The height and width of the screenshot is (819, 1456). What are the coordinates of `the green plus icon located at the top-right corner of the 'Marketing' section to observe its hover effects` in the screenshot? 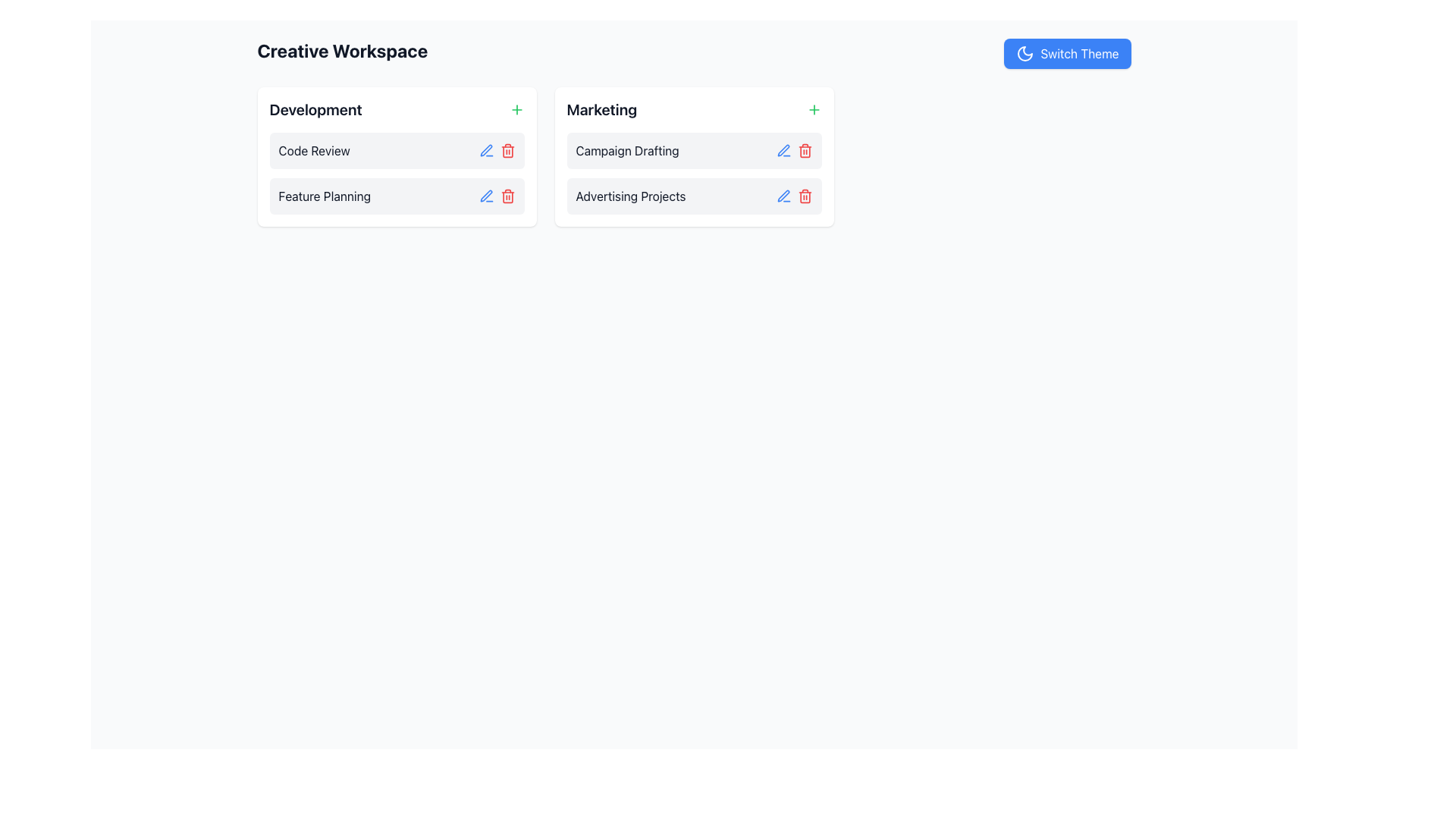 It's located at (813, 109).